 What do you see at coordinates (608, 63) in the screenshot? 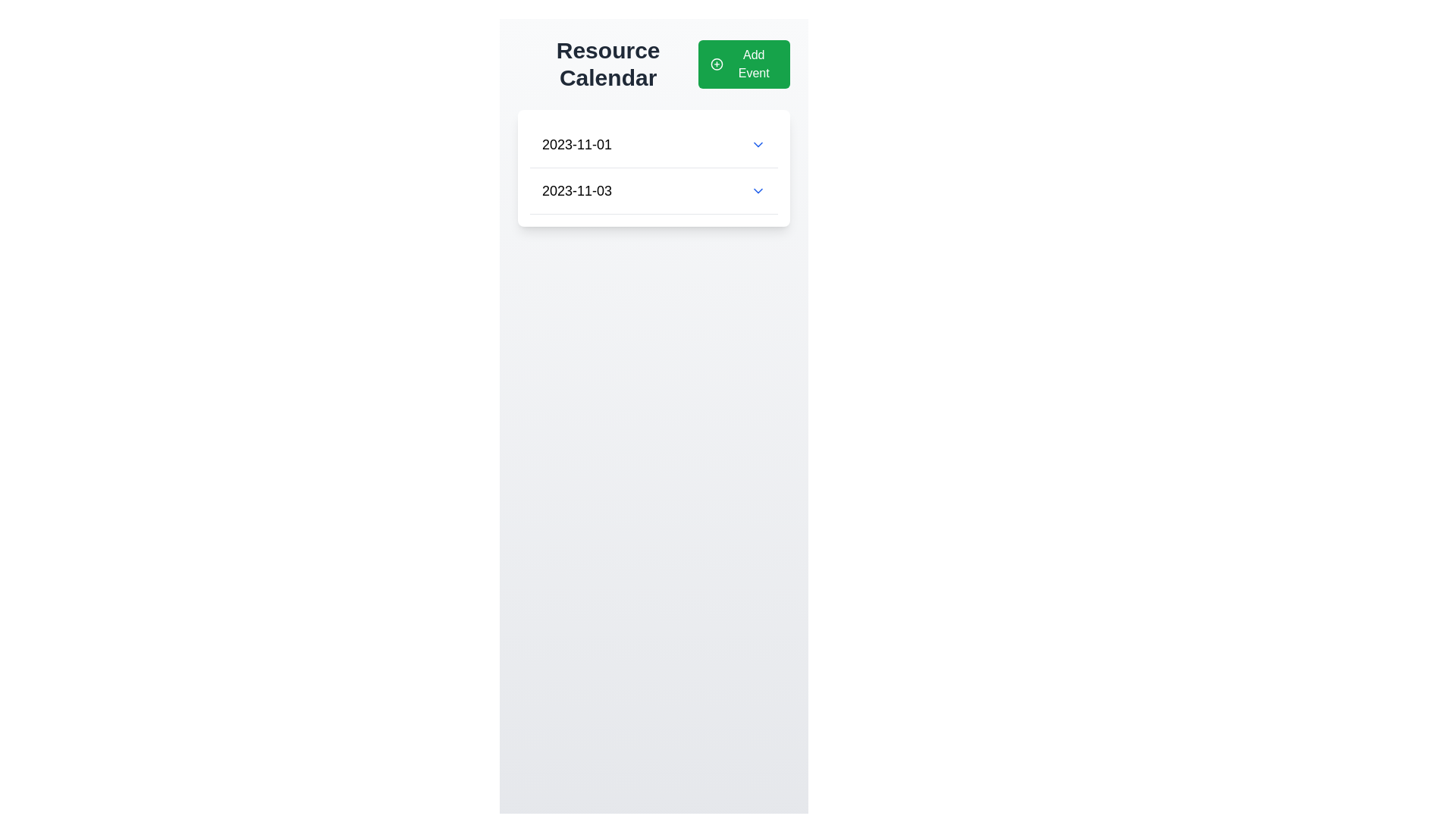
I see `the 'Resource Calendar' text element, which is styled in bold and large dark gray font, located in the top-left section of the layout above the date entries and to the left of the 'Add Event' button` at bounding box center [608, 63].